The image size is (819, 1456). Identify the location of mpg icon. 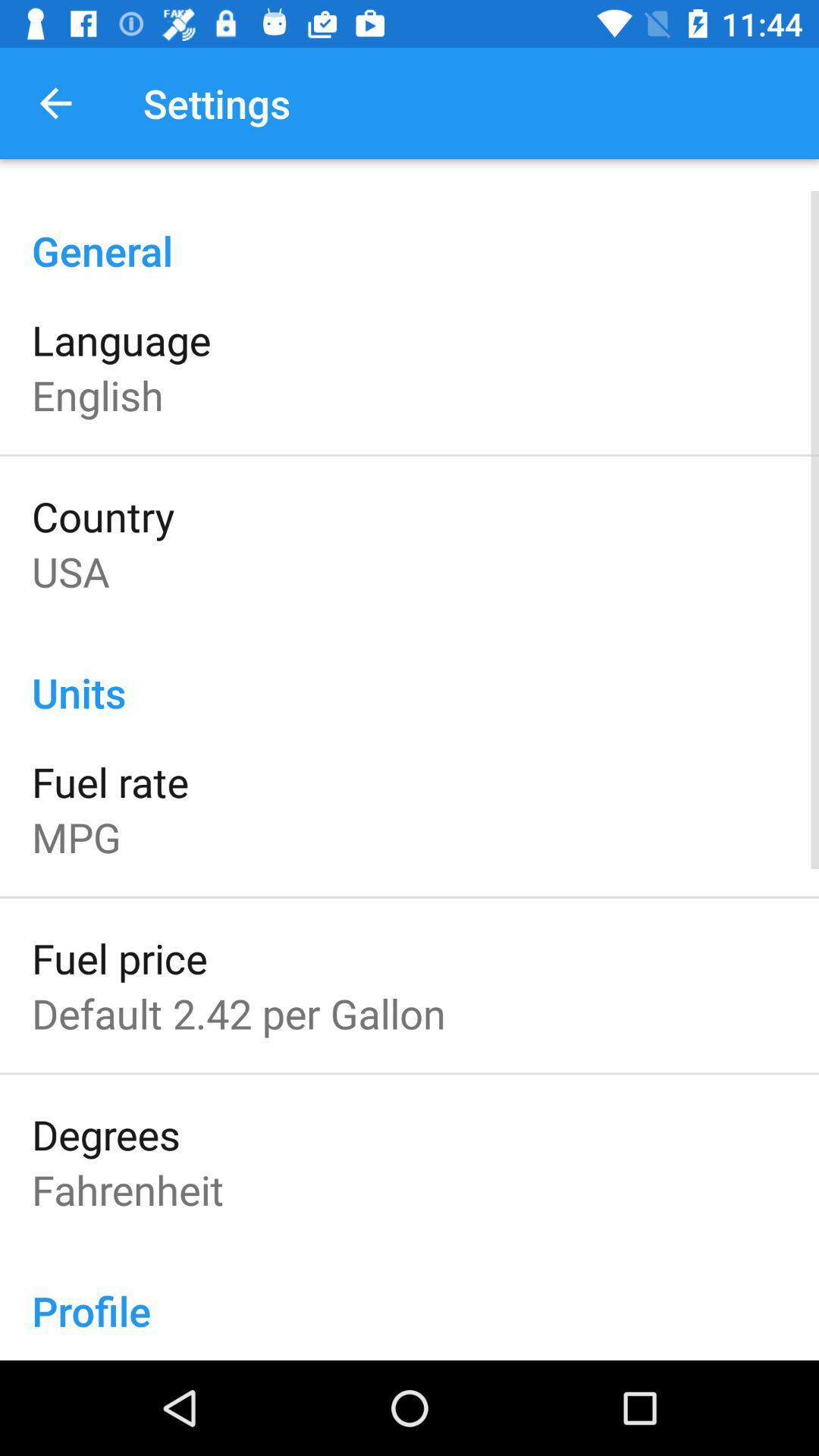
(76, 836).